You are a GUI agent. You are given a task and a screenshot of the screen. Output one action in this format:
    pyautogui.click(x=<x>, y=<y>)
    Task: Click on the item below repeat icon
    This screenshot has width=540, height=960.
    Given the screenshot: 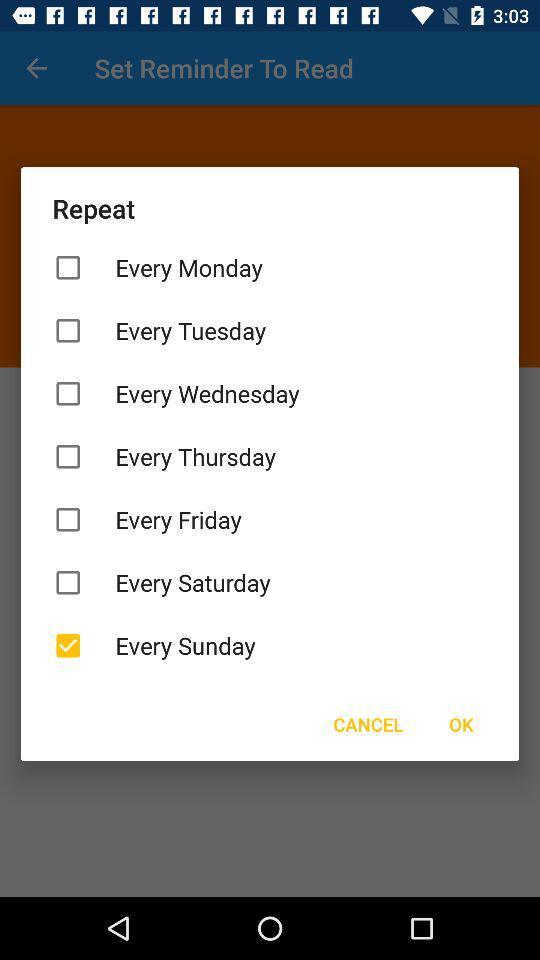 What is the action you would take?
    pyautogui.click(x=270, y=266)
    